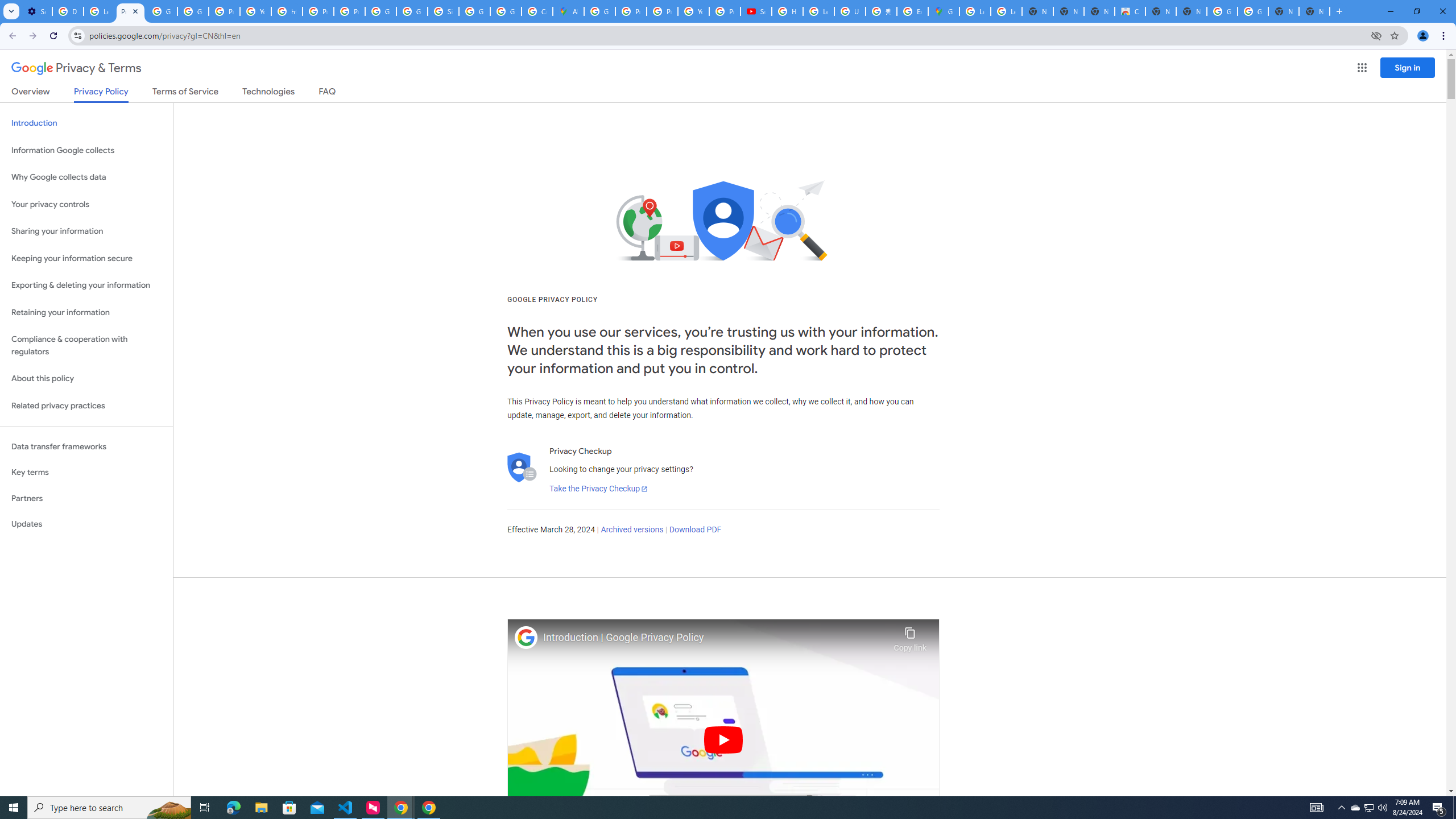 The height and width of the screenshot is (819, 1456). What do you see at coordinates (86, 176) in the screenshot?
I see `'Why Google collects data'` at bounding box center [86, 176].